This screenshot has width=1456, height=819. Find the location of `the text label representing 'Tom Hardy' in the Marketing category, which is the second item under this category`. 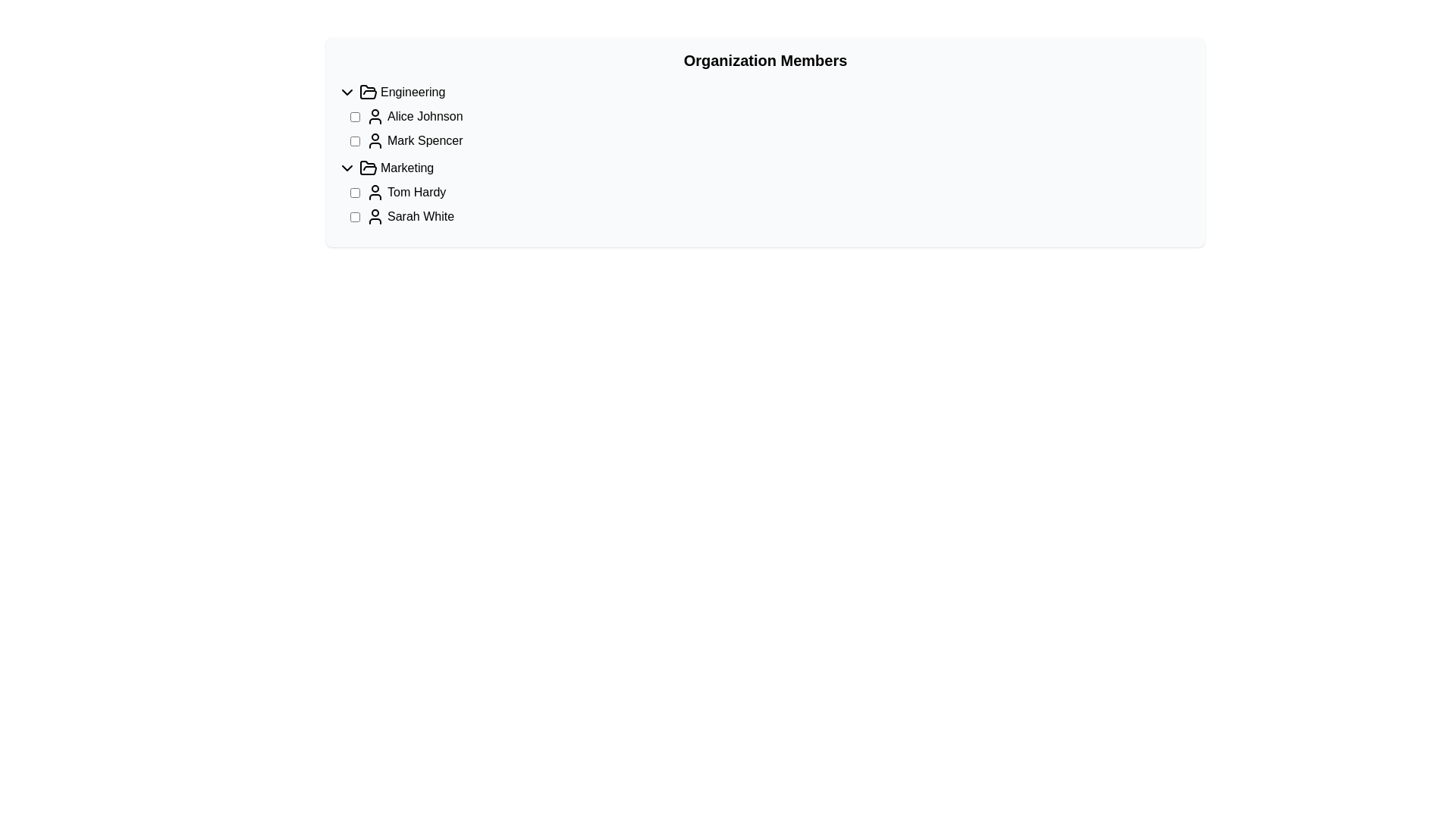

the text label representing 'Tom Hardy' in the Marketing category, which is the second item under this category is located at coordinates (416, 192).